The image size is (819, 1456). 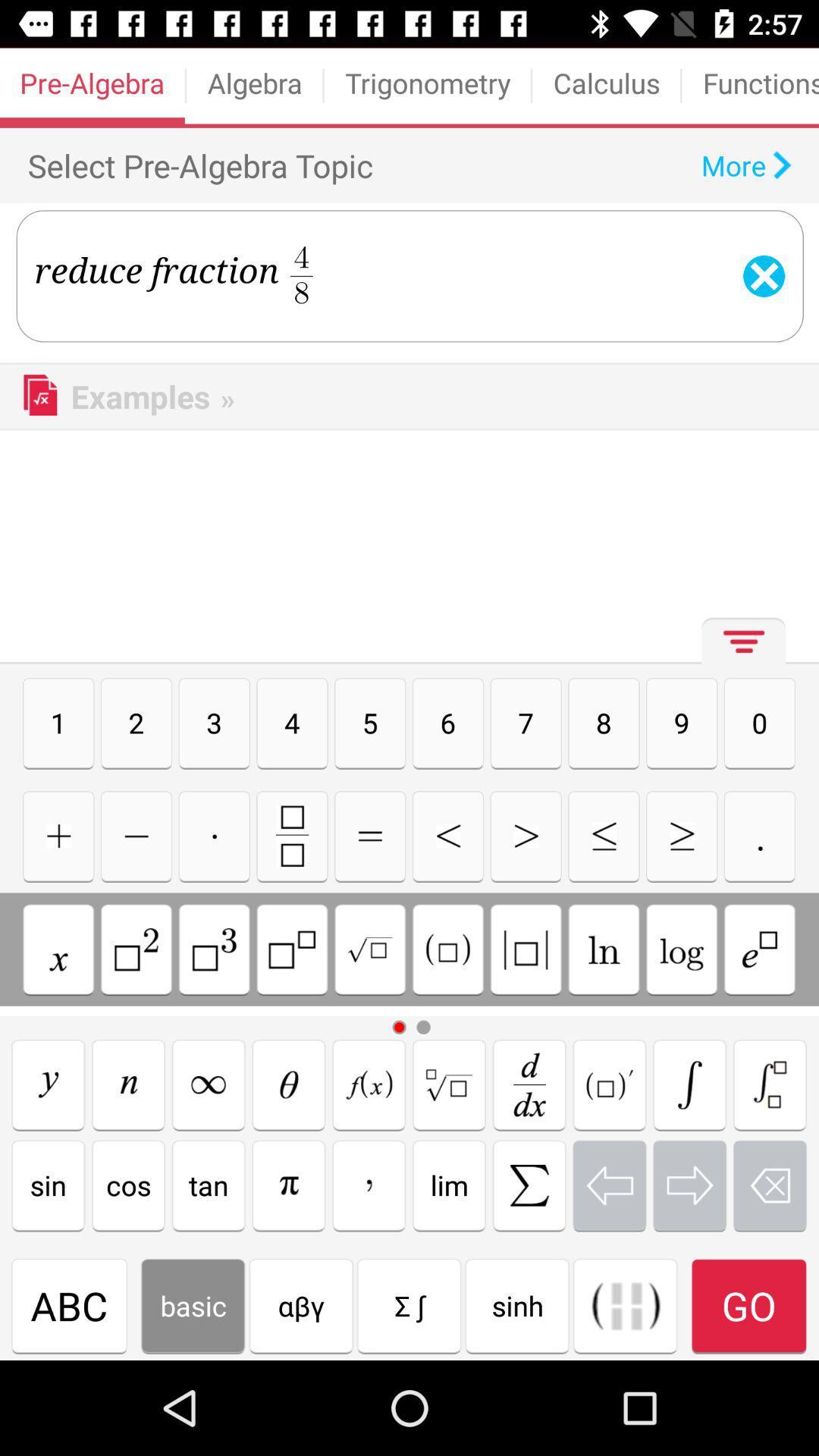 What do you see at coordinates (689, 1185) in the screenshot?
I see `move the cursor to the right` at bounding box center [689, 1185].